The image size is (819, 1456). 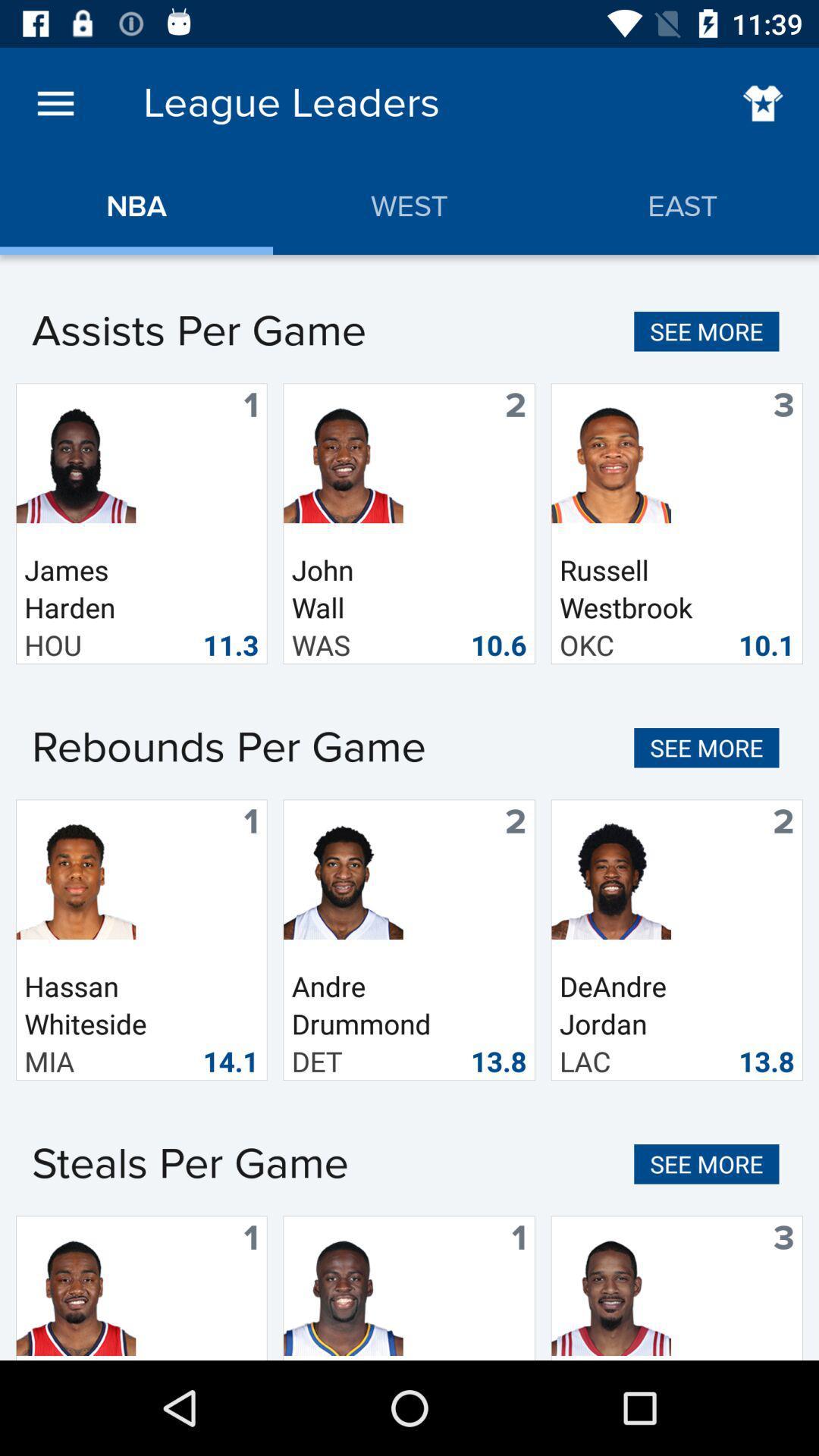 I want to click on the see more  which is beside the steals per game, so click(x=707, y=1163).